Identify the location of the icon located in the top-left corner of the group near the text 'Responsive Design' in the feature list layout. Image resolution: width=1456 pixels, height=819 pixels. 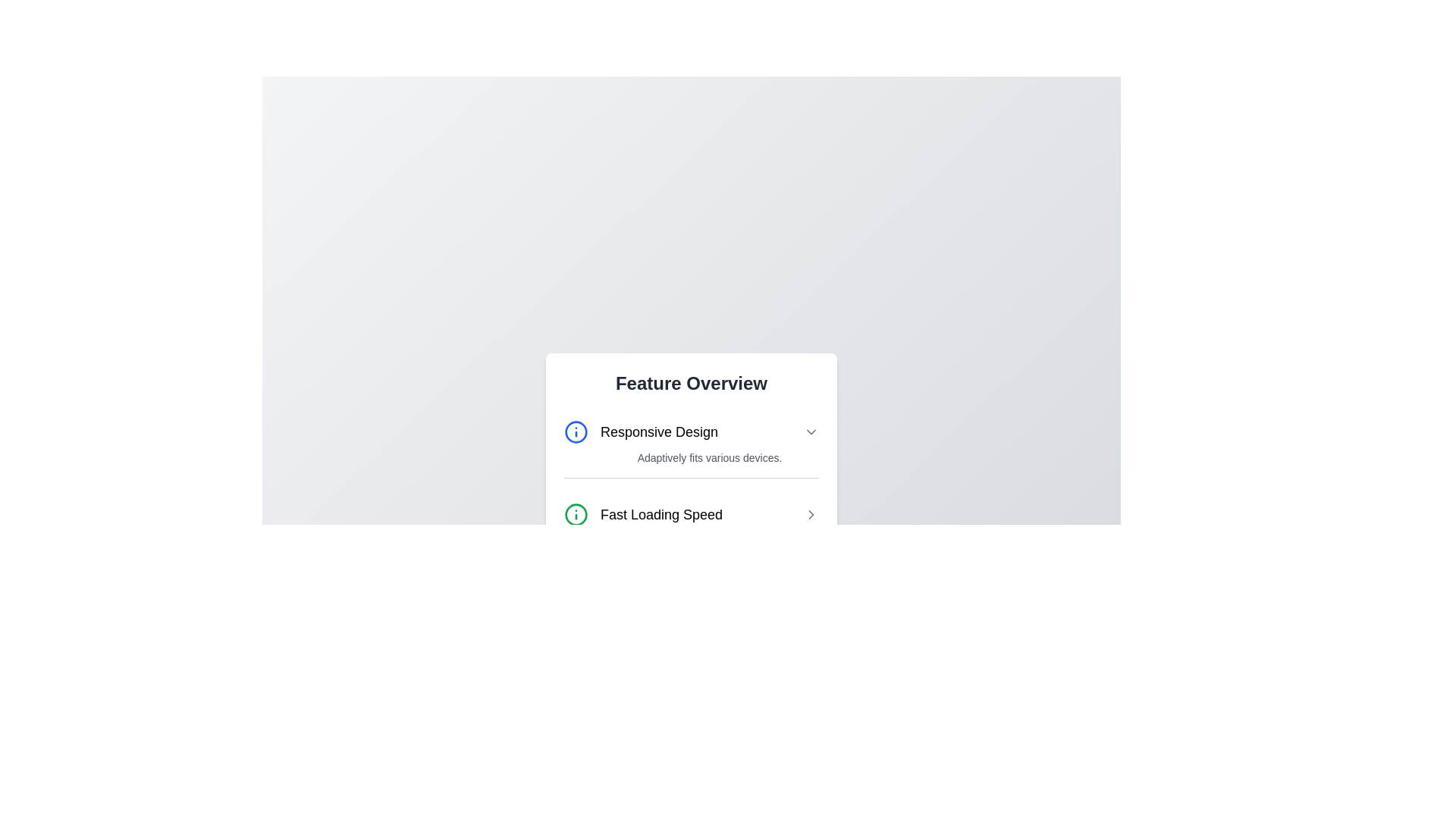
(575, 431).